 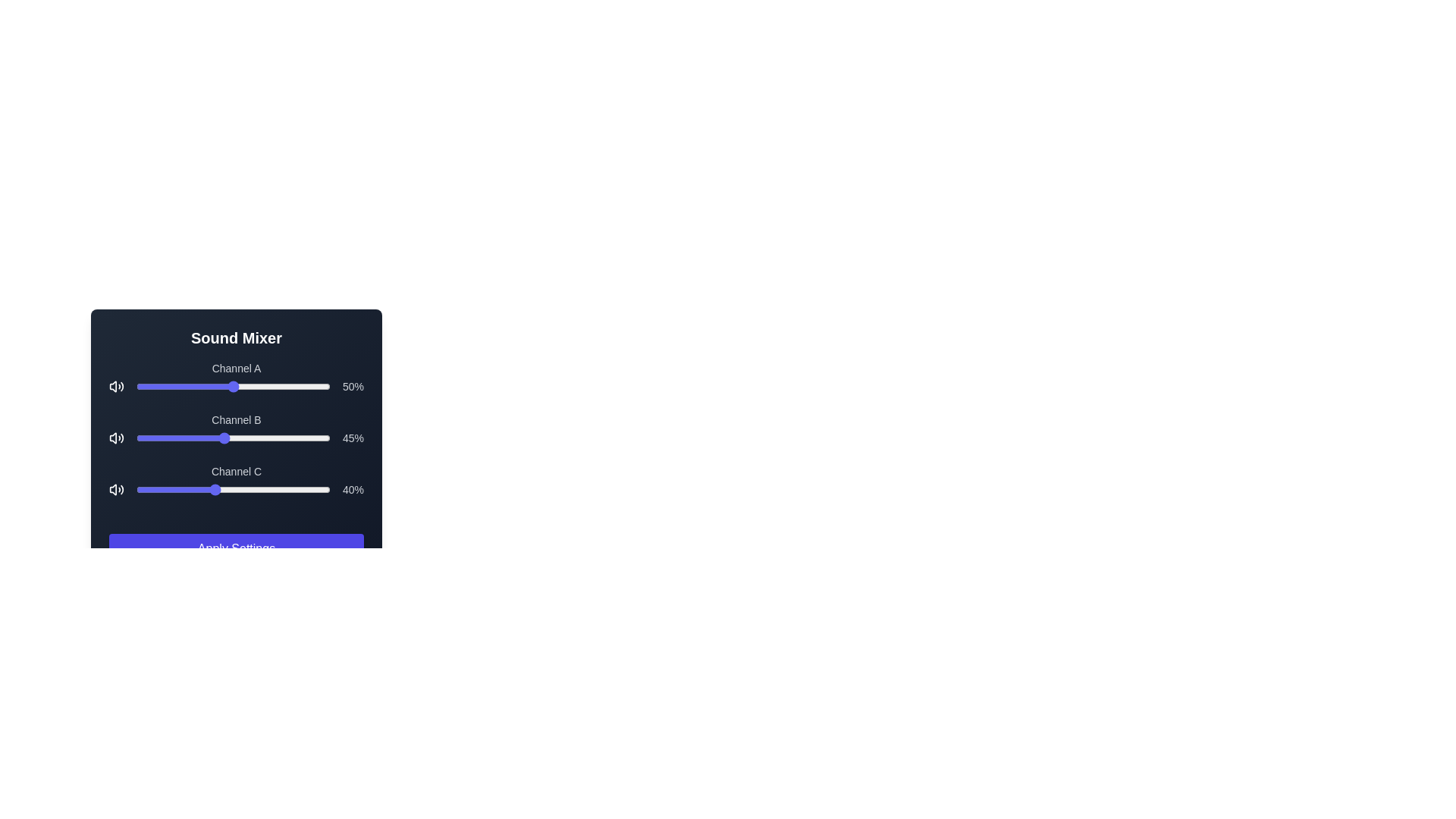 I want to click on the slider, so click(x=224, y=489).